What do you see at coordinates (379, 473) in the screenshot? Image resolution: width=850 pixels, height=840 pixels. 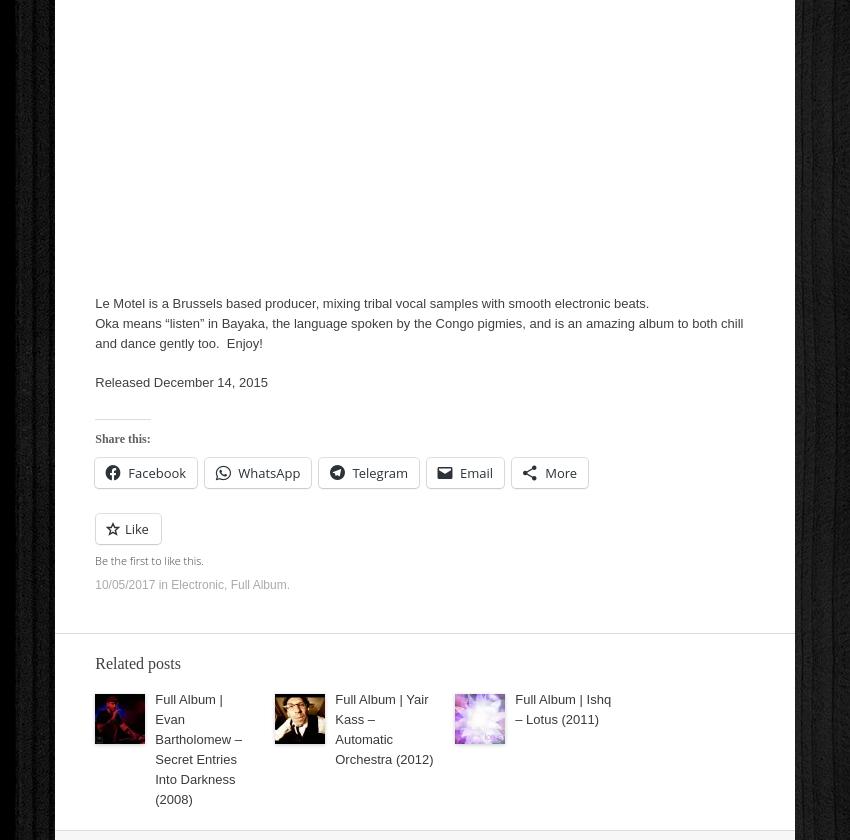 I see `'Telegram'` at bounding box center [379, 473].